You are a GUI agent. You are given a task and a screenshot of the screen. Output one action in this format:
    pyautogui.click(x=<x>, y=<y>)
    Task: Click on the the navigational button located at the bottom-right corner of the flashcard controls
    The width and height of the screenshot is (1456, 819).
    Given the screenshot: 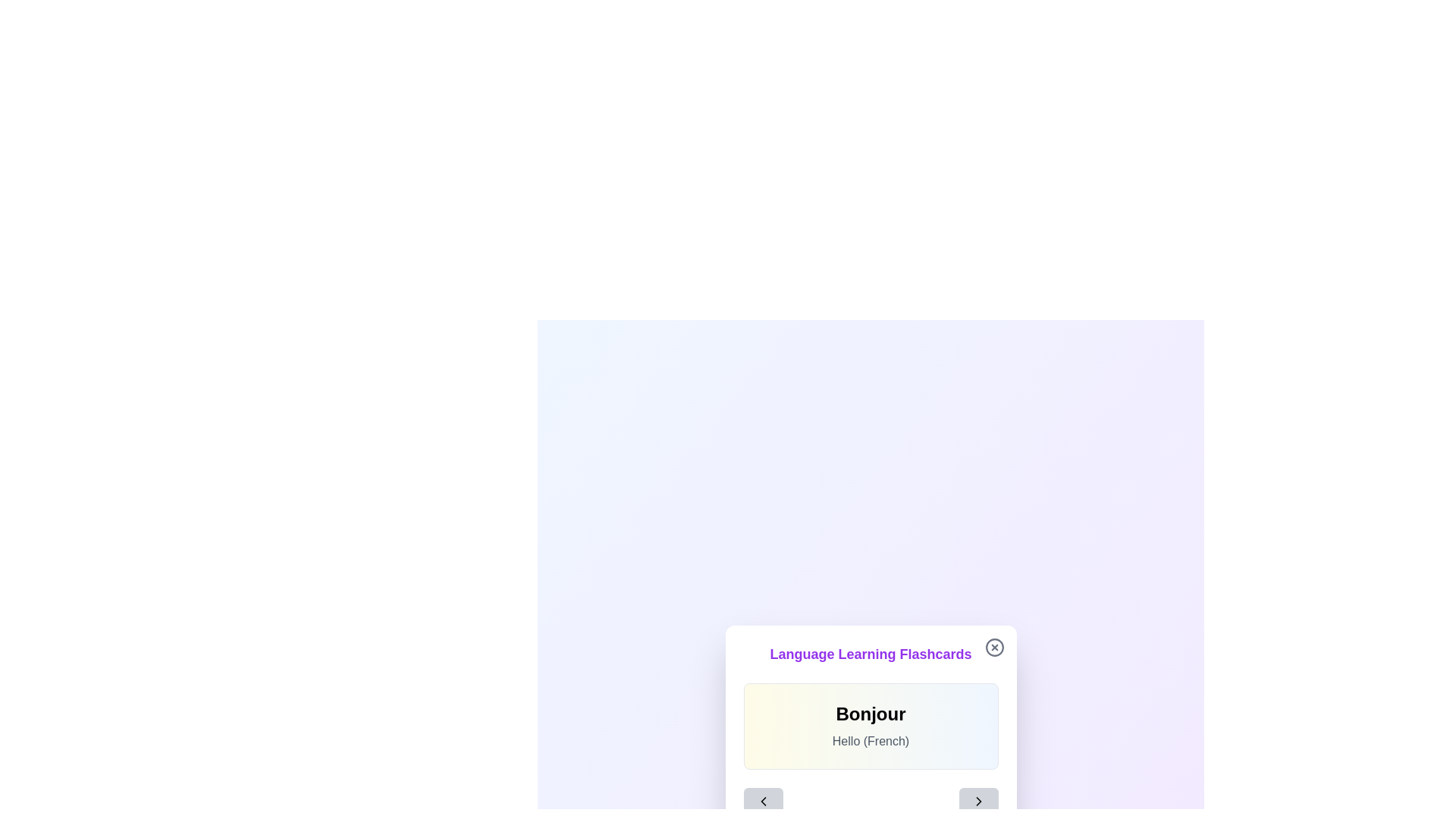 What is the action you would take?
    pyautogui.click(x=978, y=800)
    